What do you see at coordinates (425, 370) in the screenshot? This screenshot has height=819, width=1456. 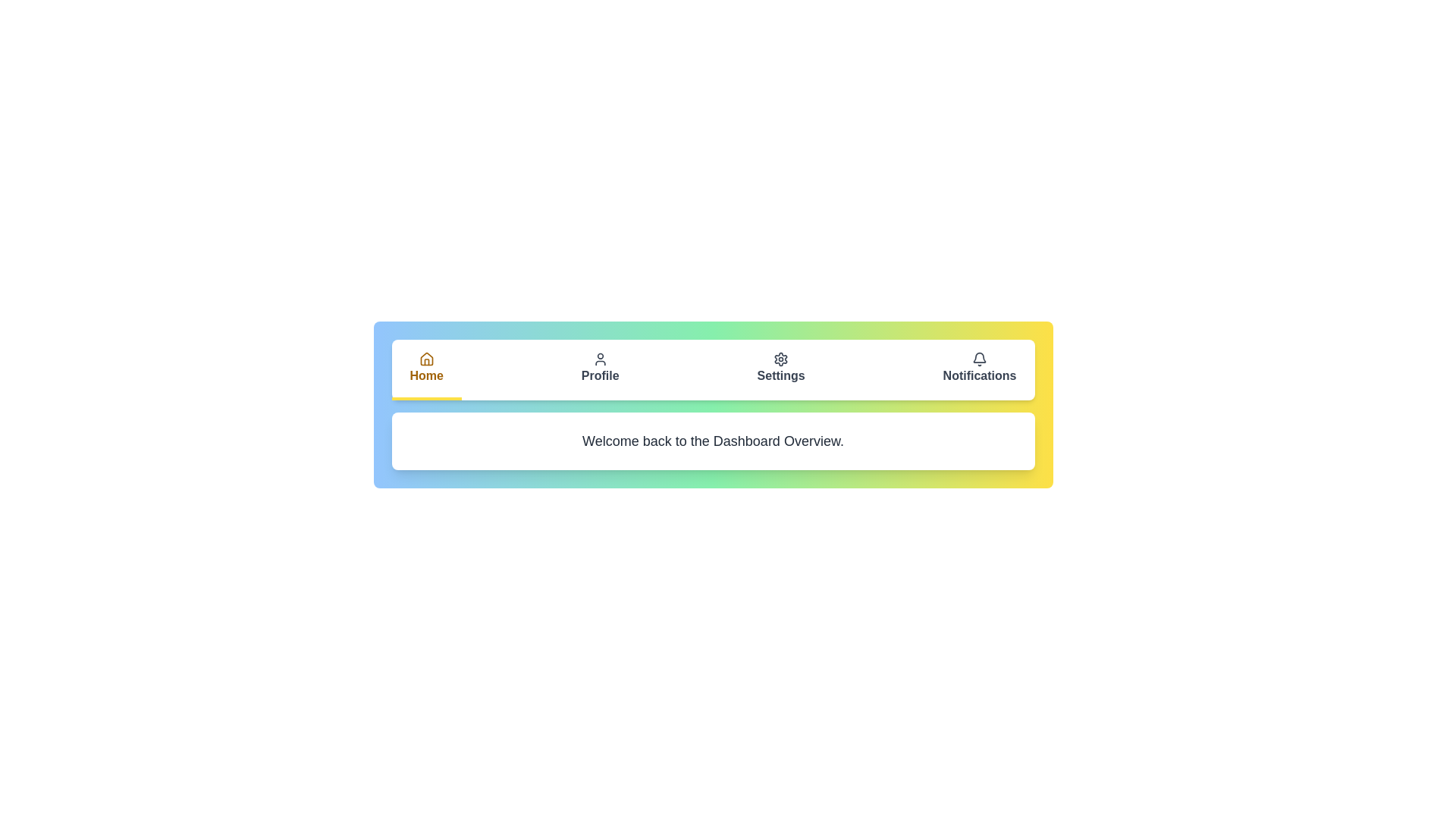 I see `the homepage navigation button located on the far left of the horizontal navigation bar to change its color and indicate interactivity` at bounding box center [425, 370].